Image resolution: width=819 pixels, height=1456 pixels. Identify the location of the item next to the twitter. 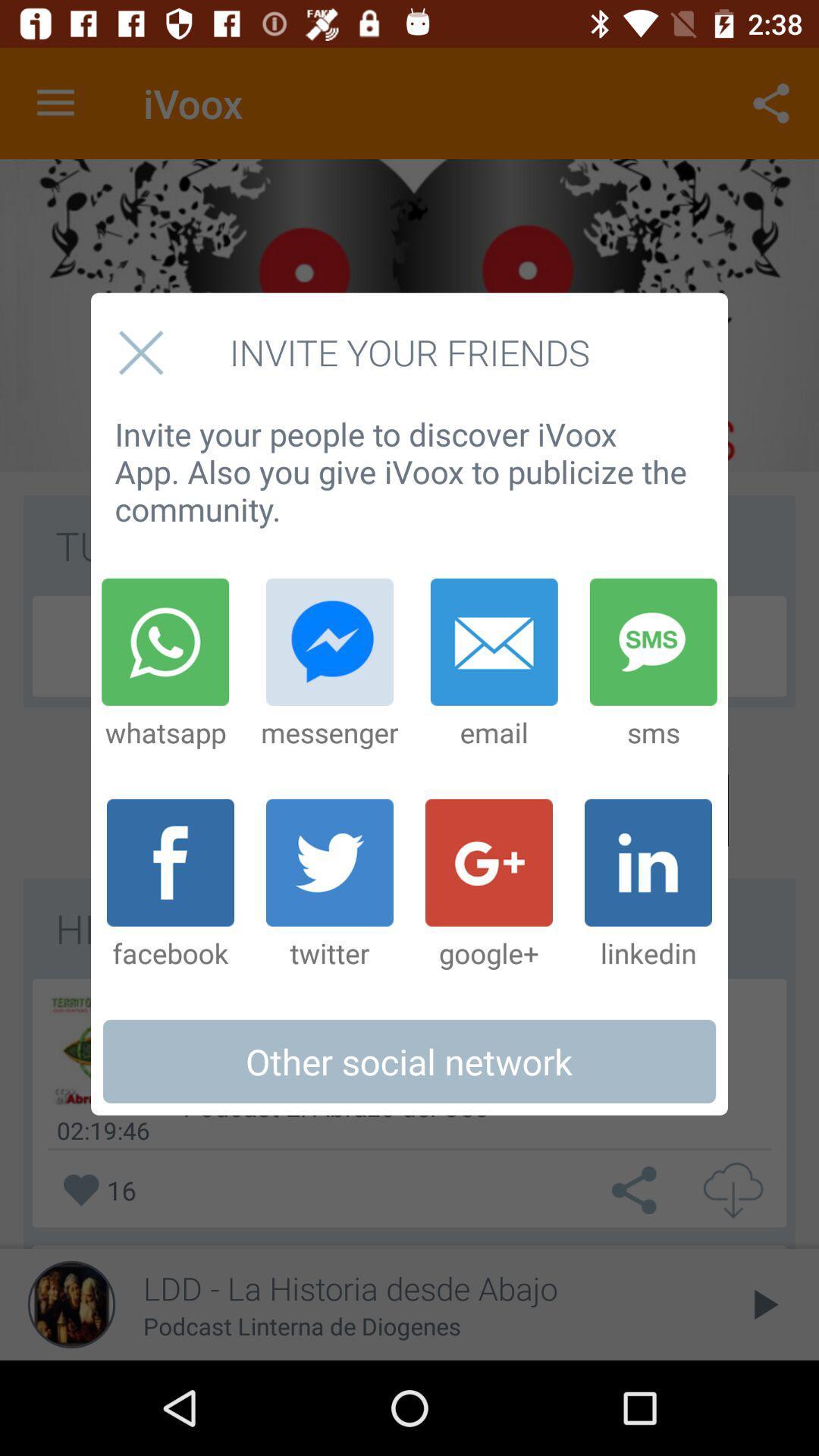
(170, 885).